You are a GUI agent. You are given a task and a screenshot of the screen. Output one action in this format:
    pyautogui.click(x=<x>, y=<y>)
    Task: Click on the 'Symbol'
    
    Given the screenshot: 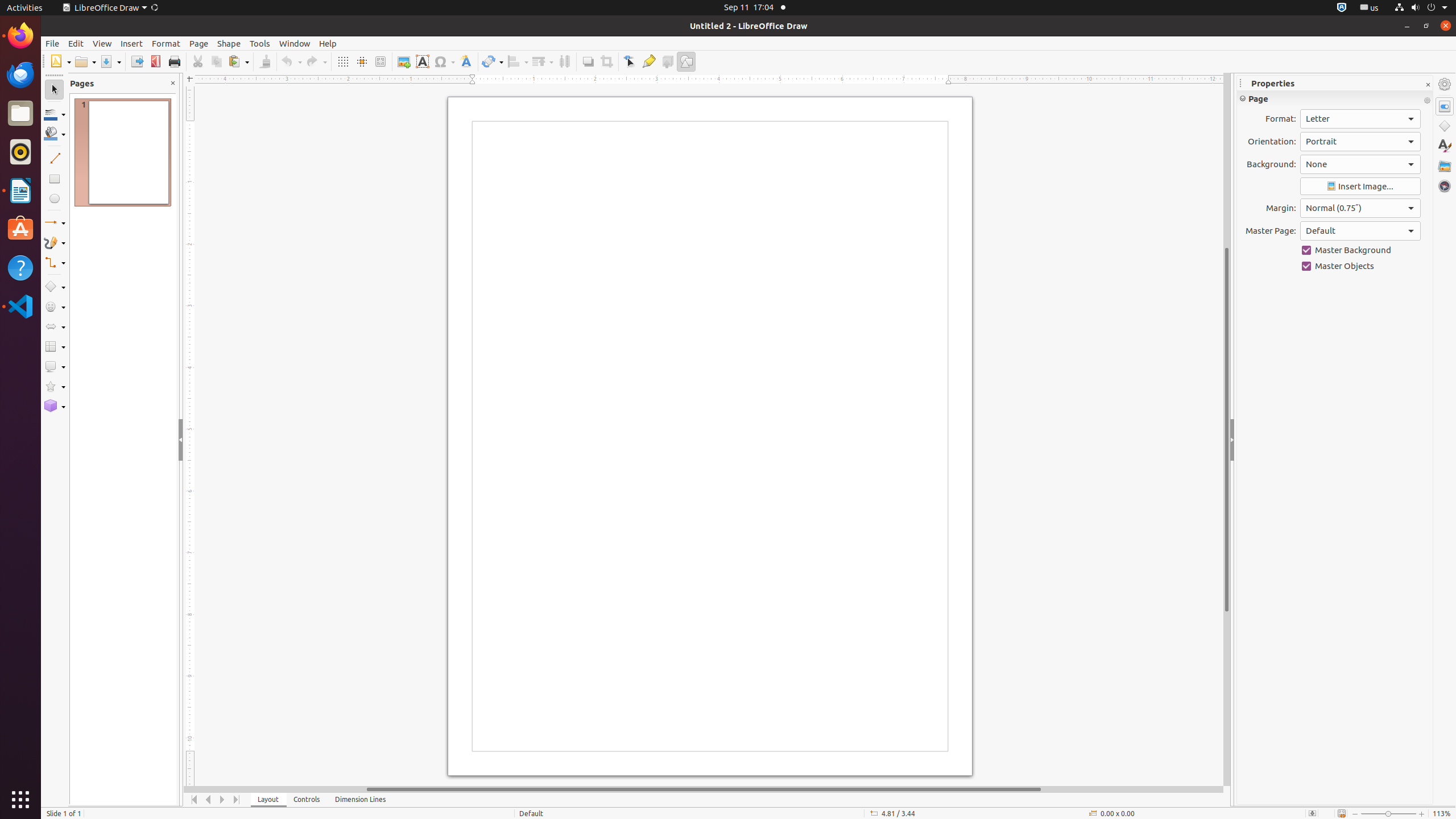 What is the action you would take?
    pyautogui.click(x=444, y=61)
    